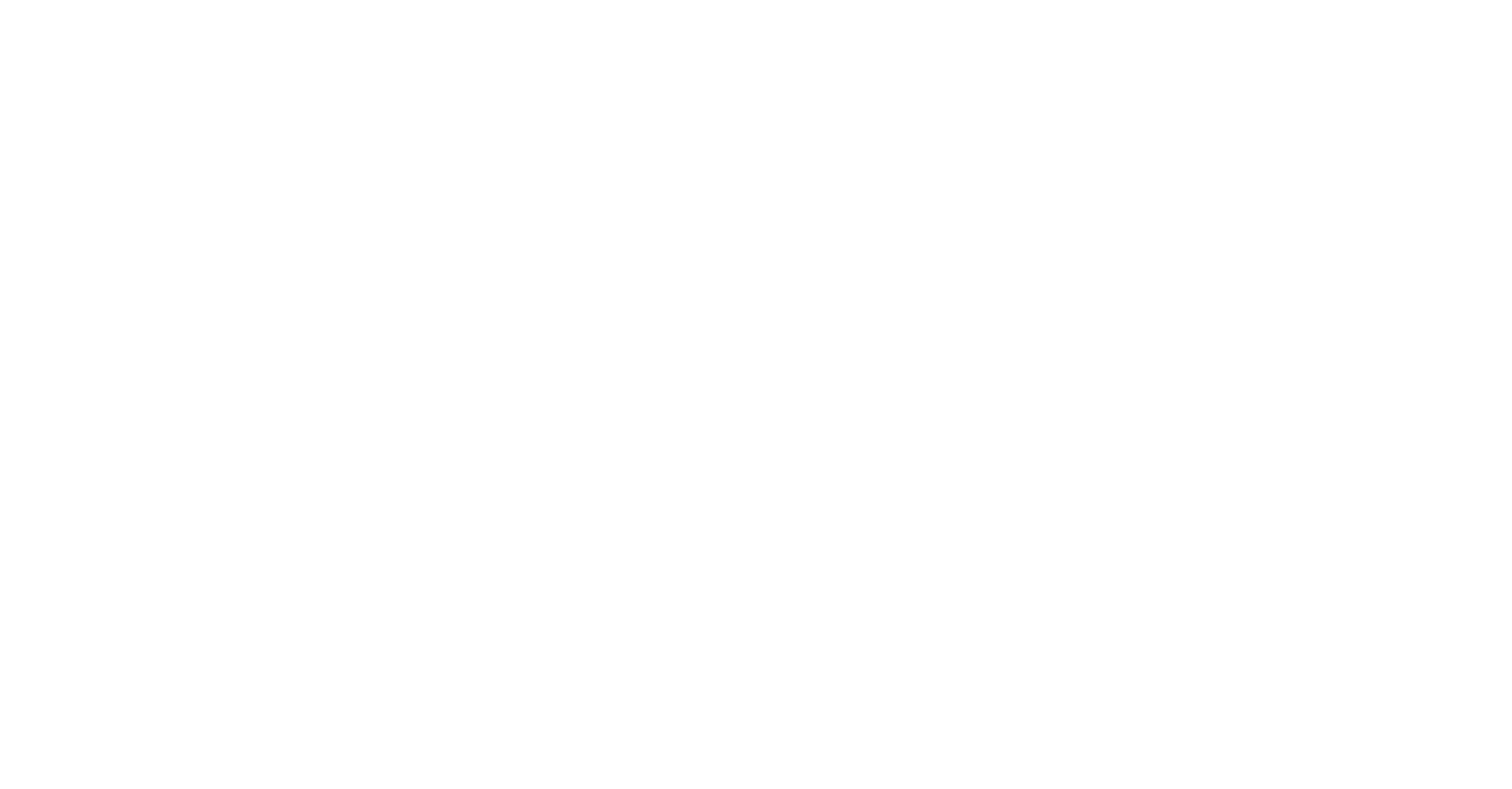 This screenshot has height=789, width=1512. I want to click on 'FuE-Projektförderung', so click(68, 517).